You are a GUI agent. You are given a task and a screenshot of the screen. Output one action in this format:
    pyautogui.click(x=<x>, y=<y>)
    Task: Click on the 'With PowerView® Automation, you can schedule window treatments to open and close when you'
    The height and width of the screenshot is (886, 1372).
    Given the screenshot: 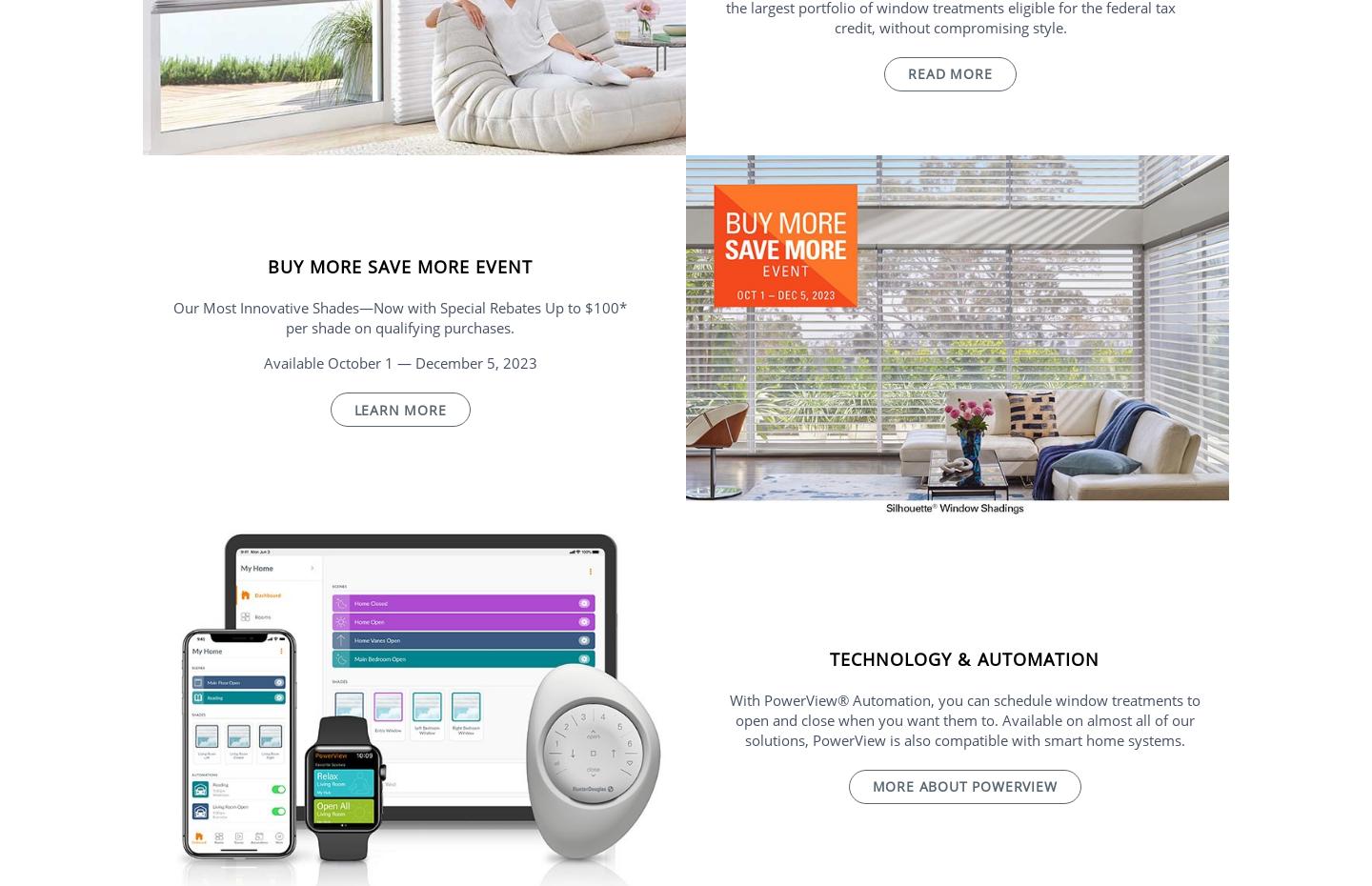 What is the action you would take?
    pyautogui.click(x=963, y=710)
    